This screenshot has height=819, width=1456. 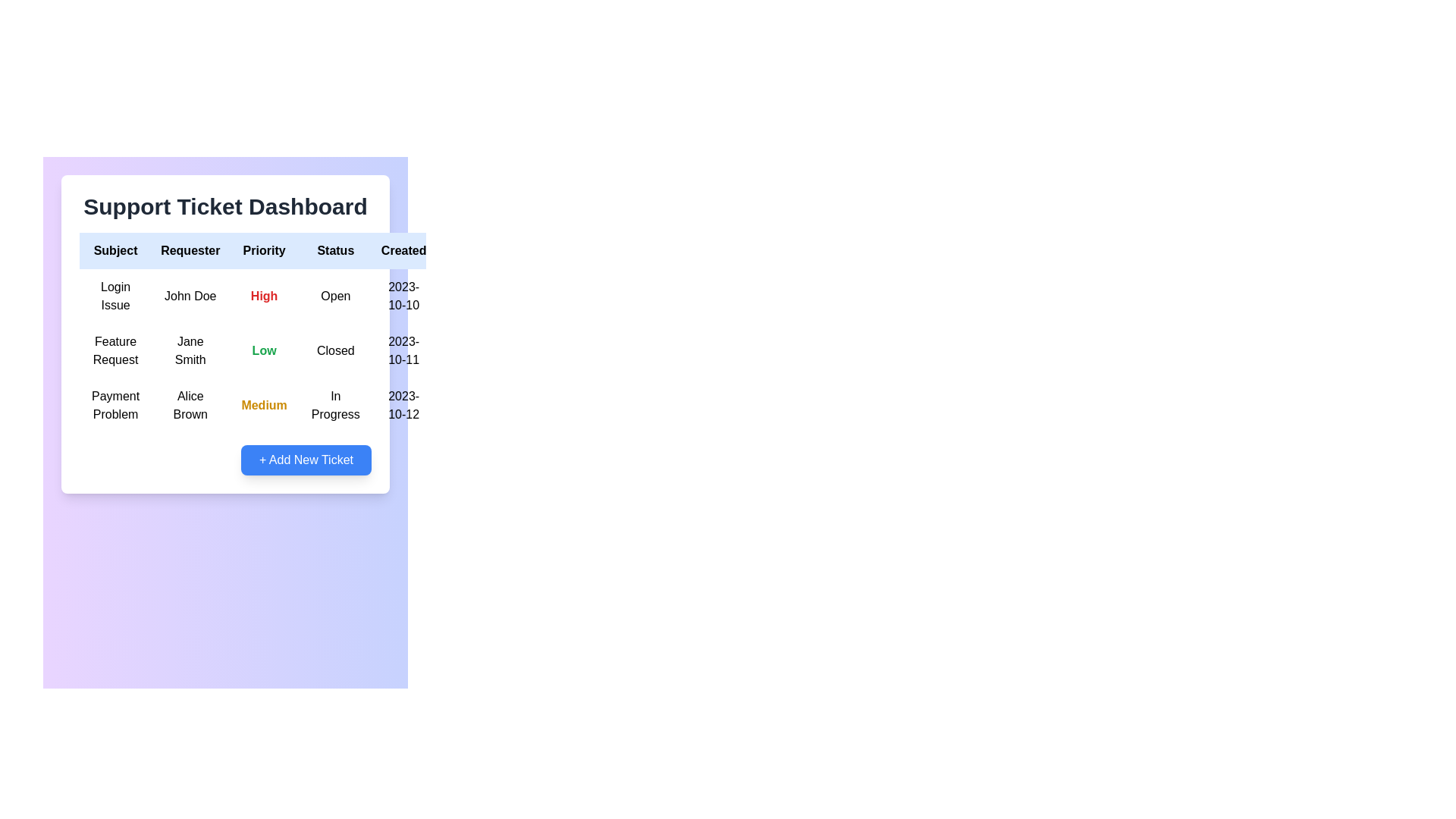 What do you see at coordinates (115, 296) in the screenshot?
I see `the 'Login Issue' text label located in the first row and first column of the table under the 'Subject' header` at bounding box center [115, 296].